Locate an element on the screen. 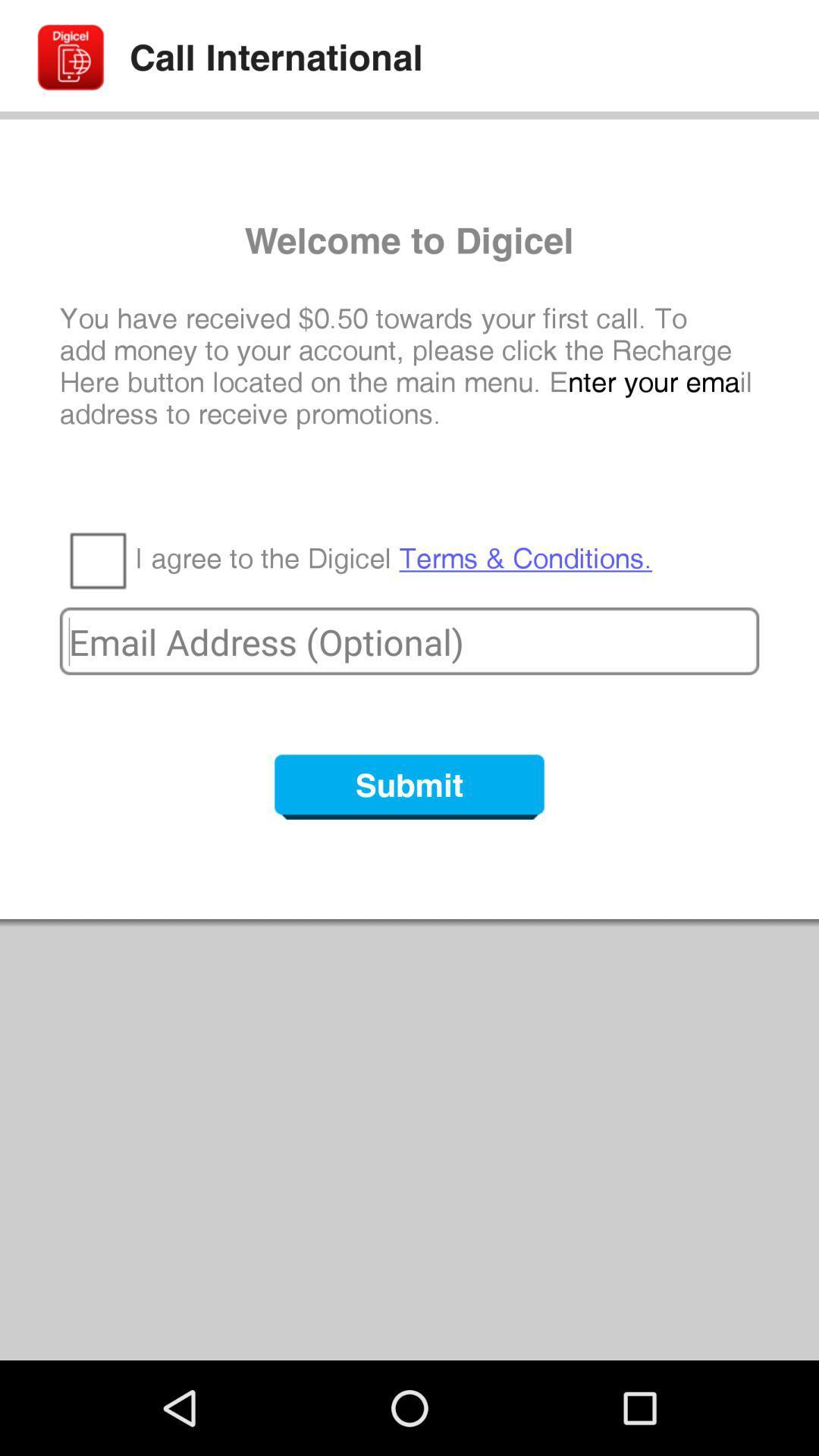 This screenshot has height=1456, width=819. the icon on the left is located at coordinates (97, 559).